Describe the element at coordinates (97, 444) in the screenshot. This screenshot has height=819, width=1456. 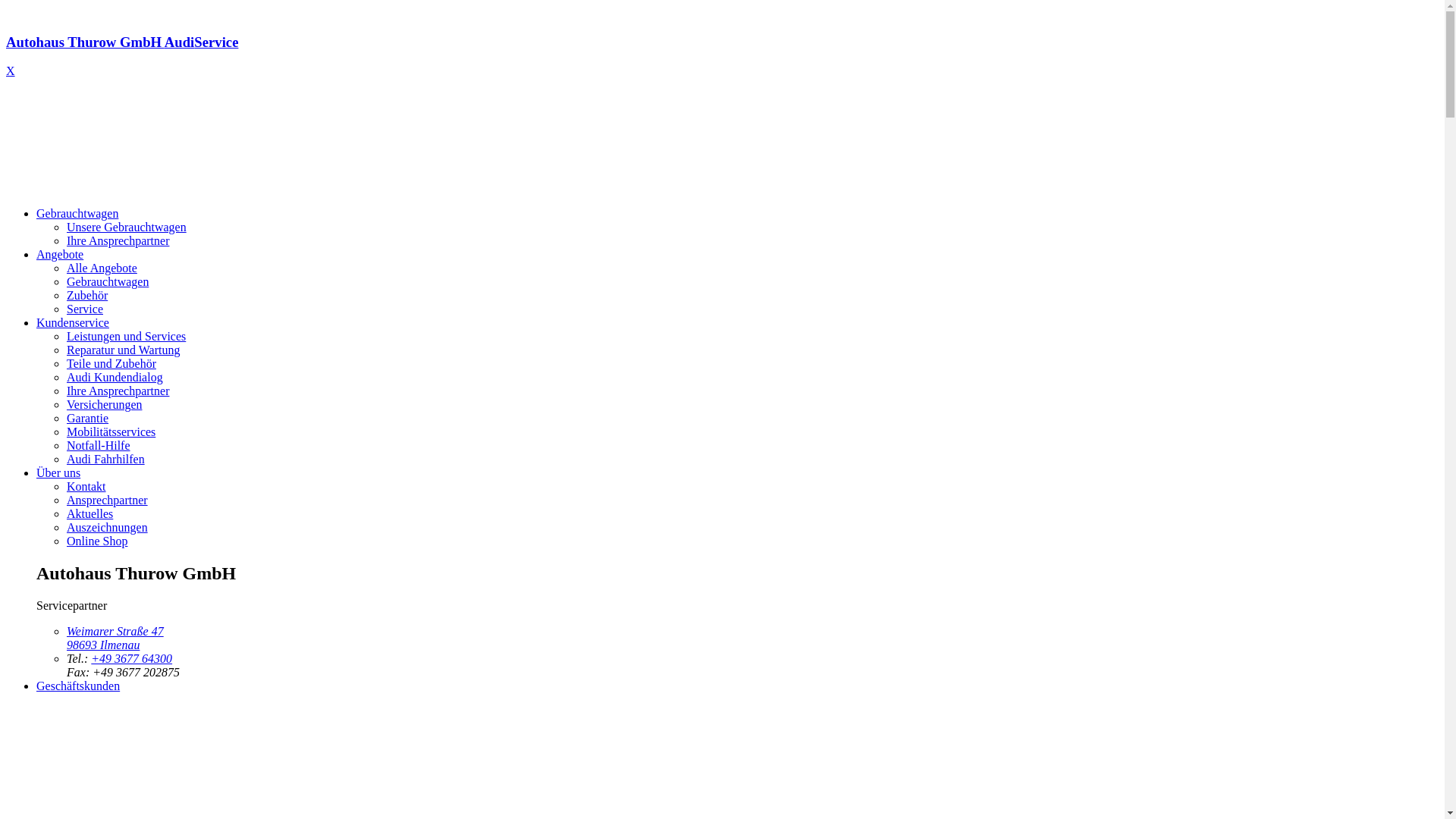
I see `'Notfall-Hilfe'` at that location.